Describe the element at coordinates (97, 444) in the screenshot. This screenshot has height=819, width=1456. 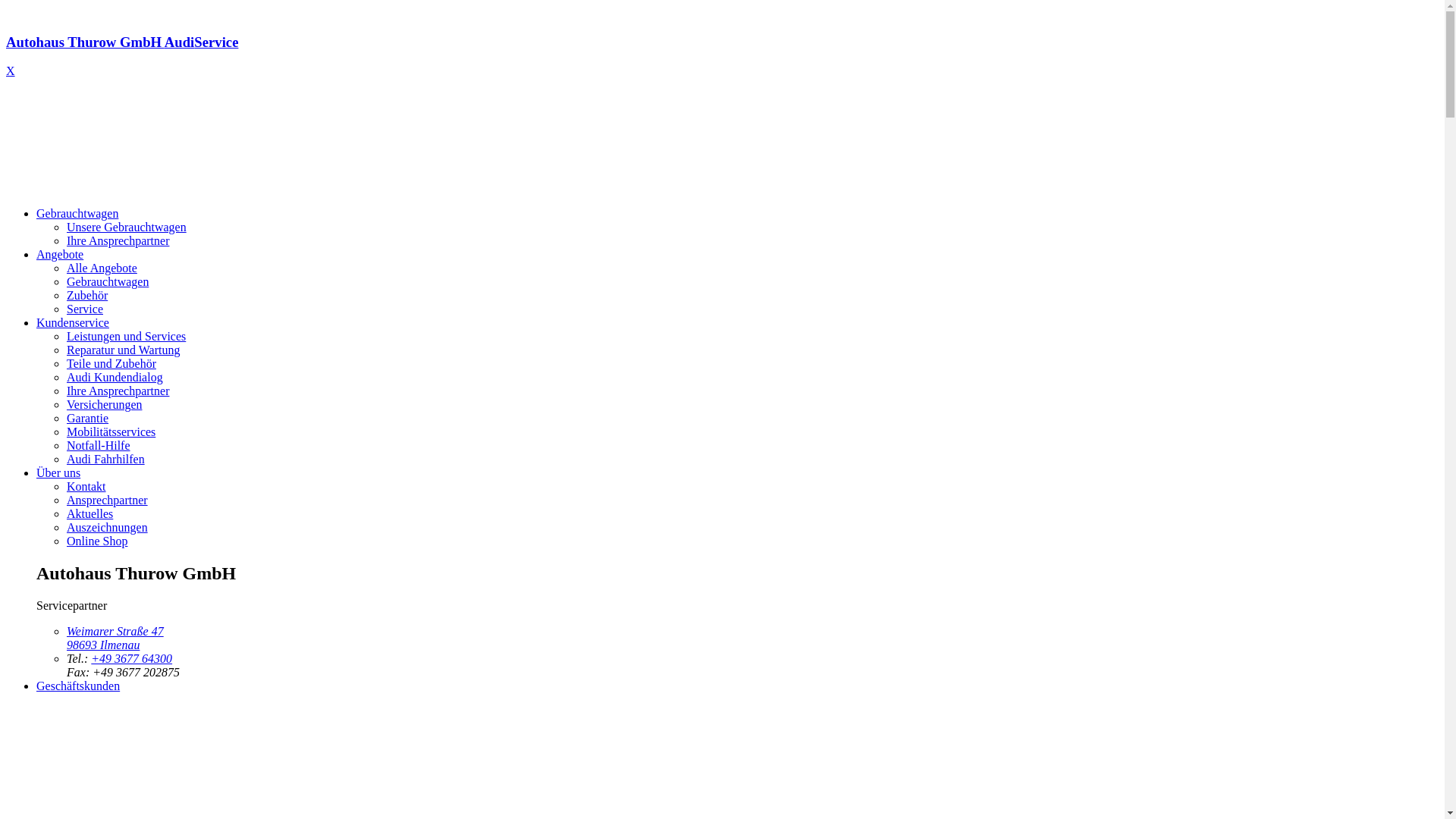
I see `'Notfall-Hilfe'` at that location.